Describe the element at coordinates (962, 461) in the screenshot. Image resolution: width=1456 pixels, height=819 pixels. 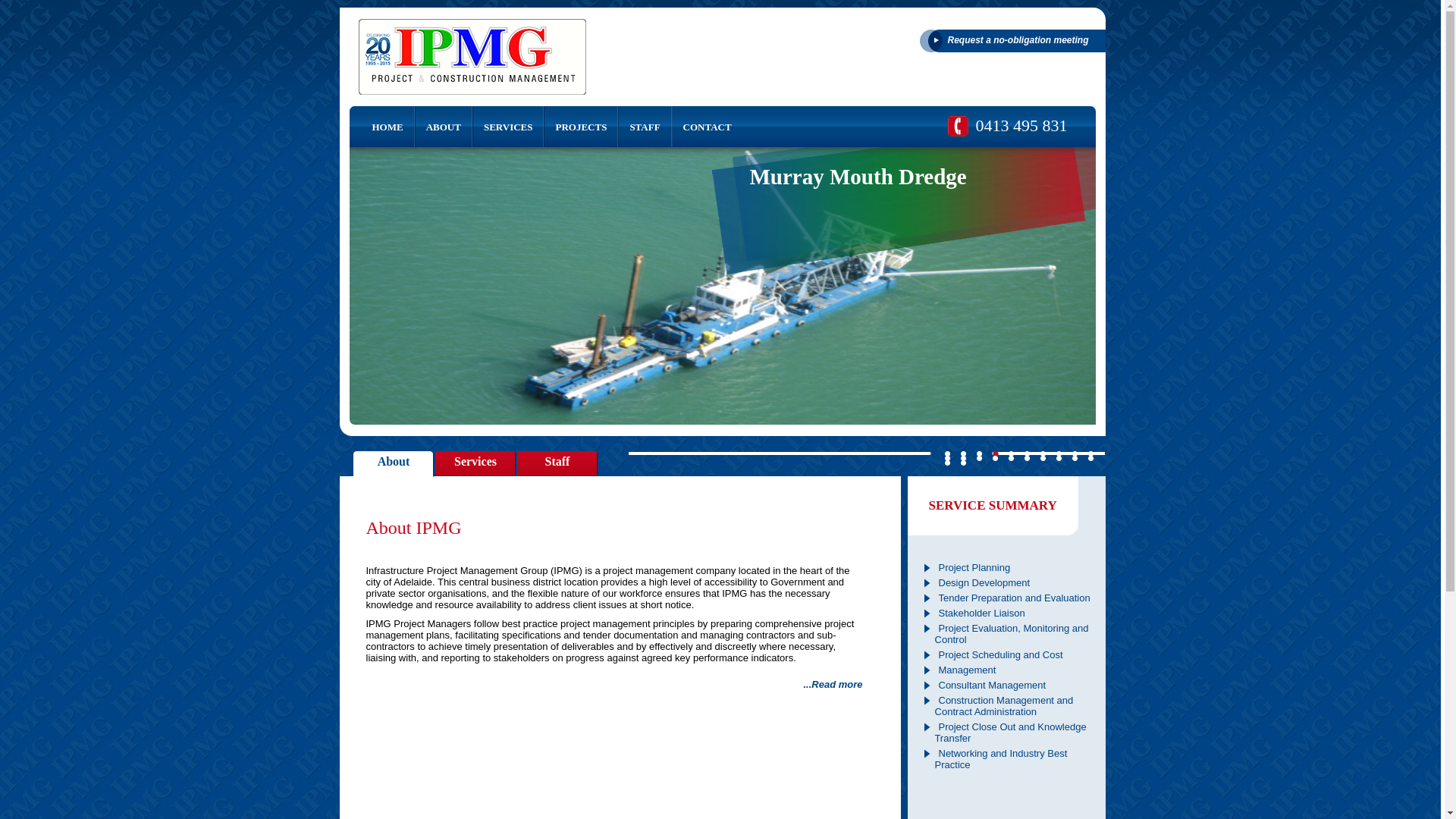
I see `'22'` at that location.